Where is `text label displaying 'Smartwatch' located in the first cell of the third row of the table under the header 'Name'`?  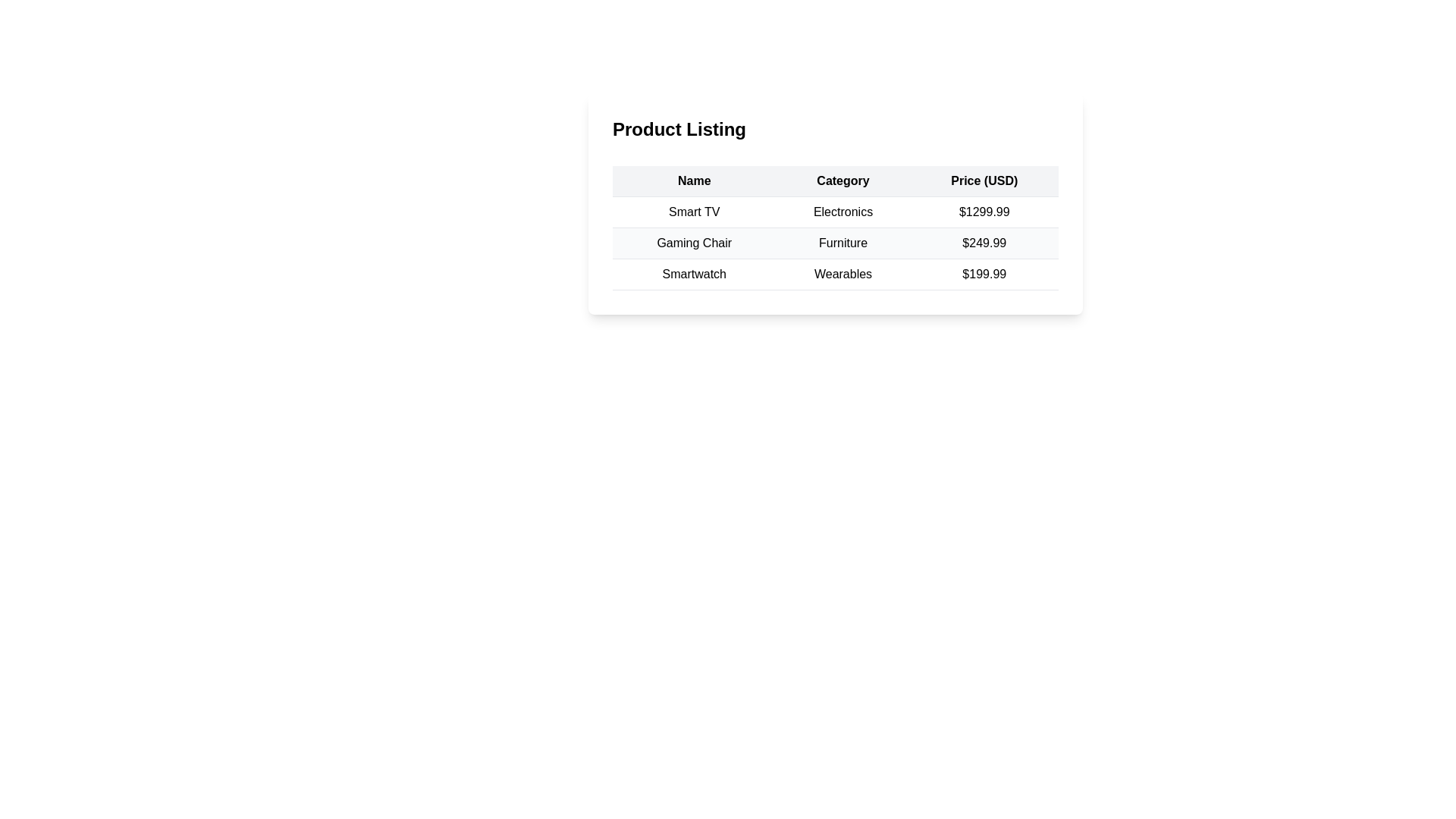 text label displaying 'Smartwatch' located in the first cell of the third row of the table under the header 'Name' is located at coordinates (693, 275).